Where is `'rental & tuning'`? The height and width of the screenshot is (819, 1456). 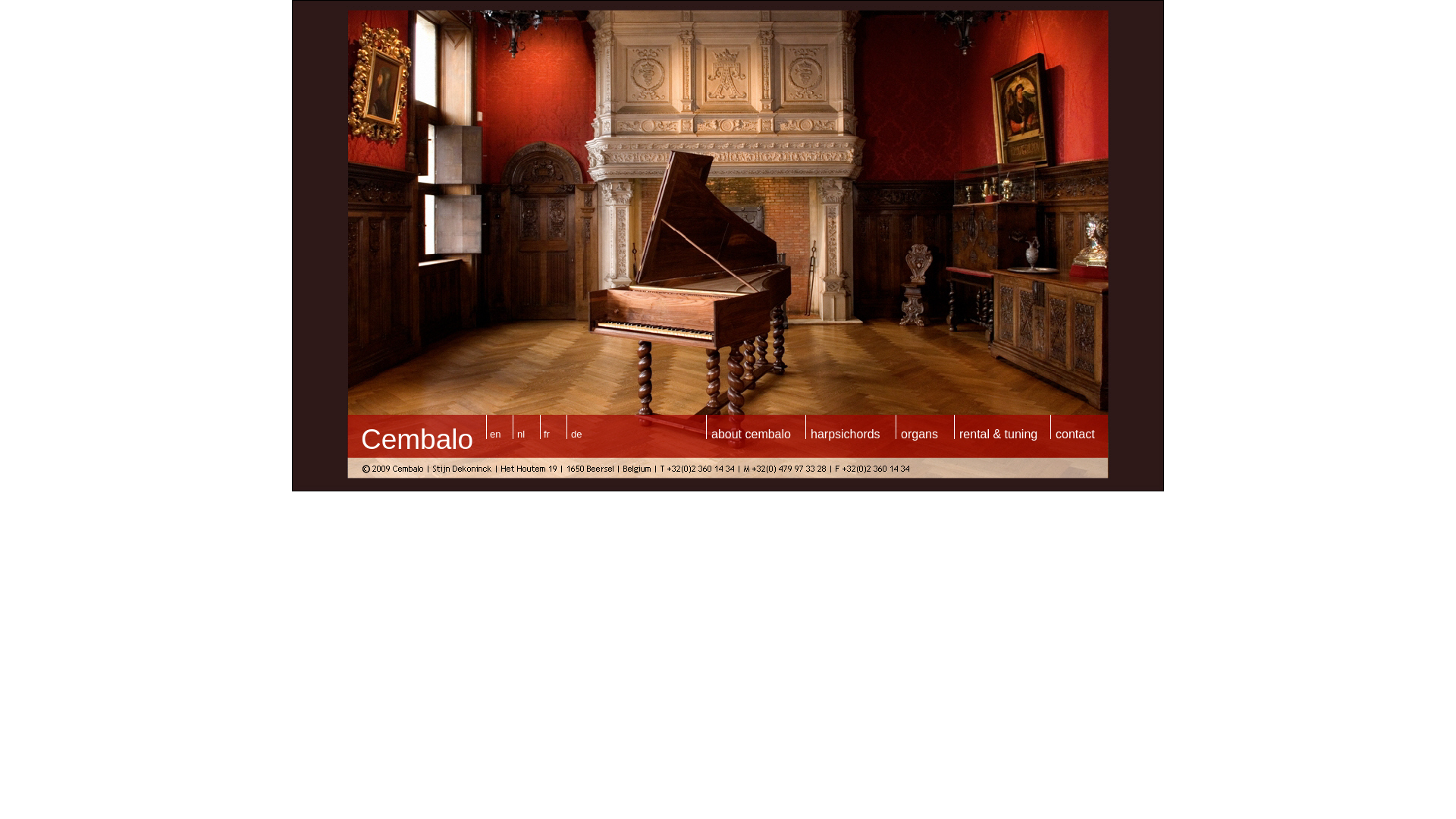
'rental & tuning' is located at coordinates (998, 434).